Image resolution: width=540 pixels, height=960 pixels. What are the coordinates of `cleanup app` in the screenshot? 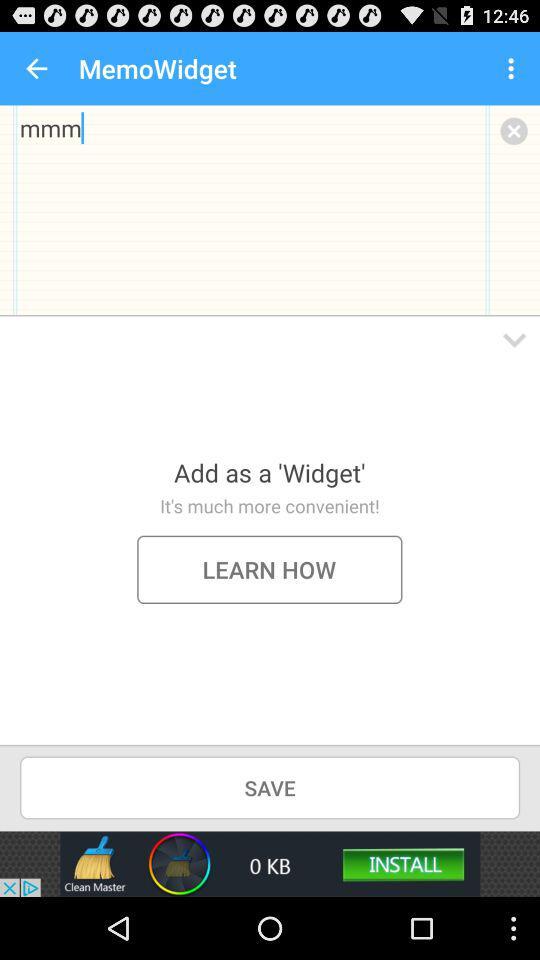 It's located at (270, 863).